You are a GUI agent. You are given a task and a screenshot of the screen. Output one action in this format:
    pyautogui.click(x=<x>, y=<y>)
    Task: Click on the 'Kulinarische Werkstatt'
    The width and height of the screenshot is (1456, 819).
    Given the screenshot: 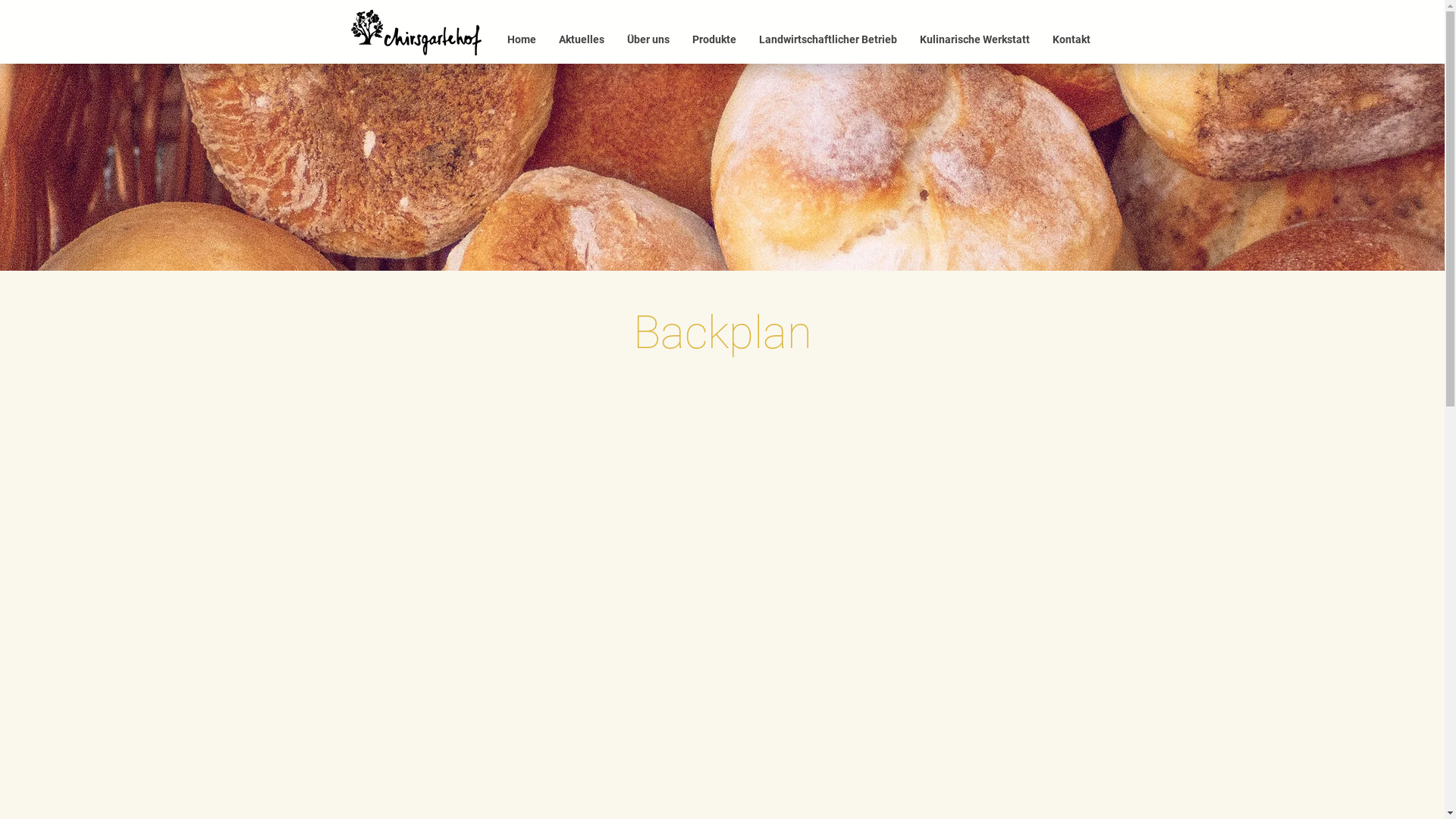 What is the action you would take?
    pyautogui.click(x=974, y=39)
    